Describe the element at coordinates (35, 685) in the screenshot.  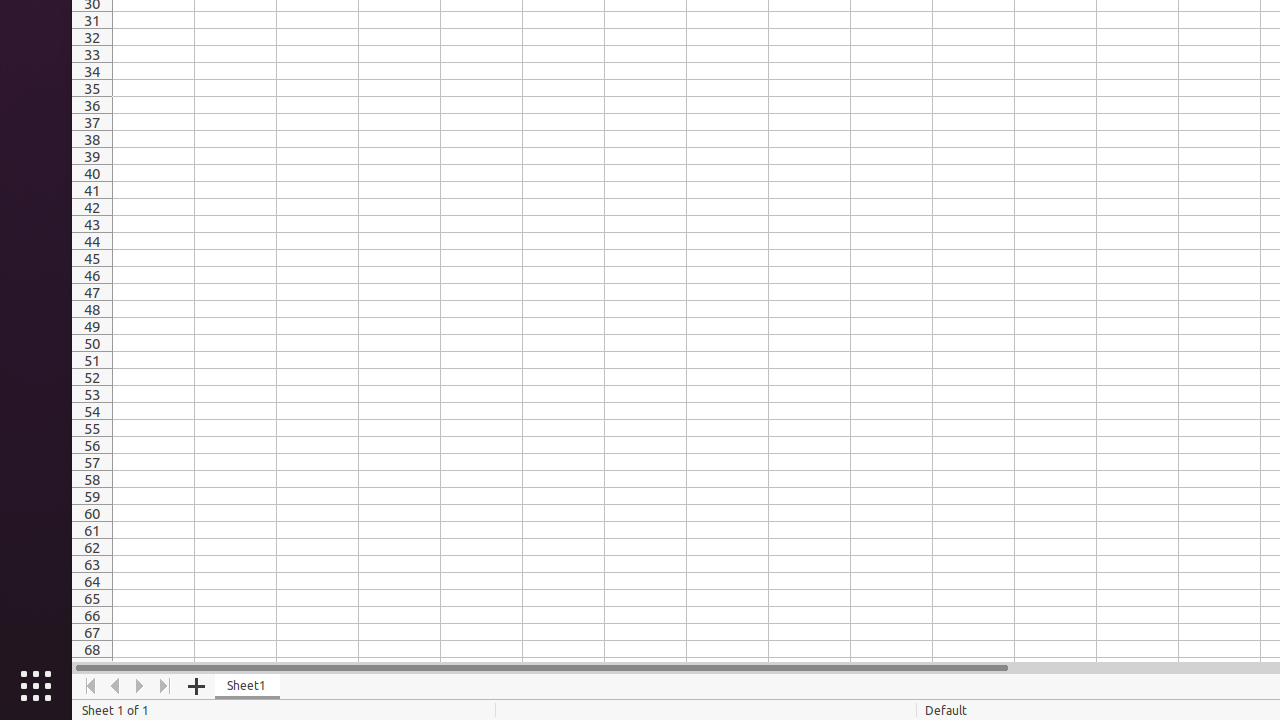
I see `'Show Applications'` at that location.